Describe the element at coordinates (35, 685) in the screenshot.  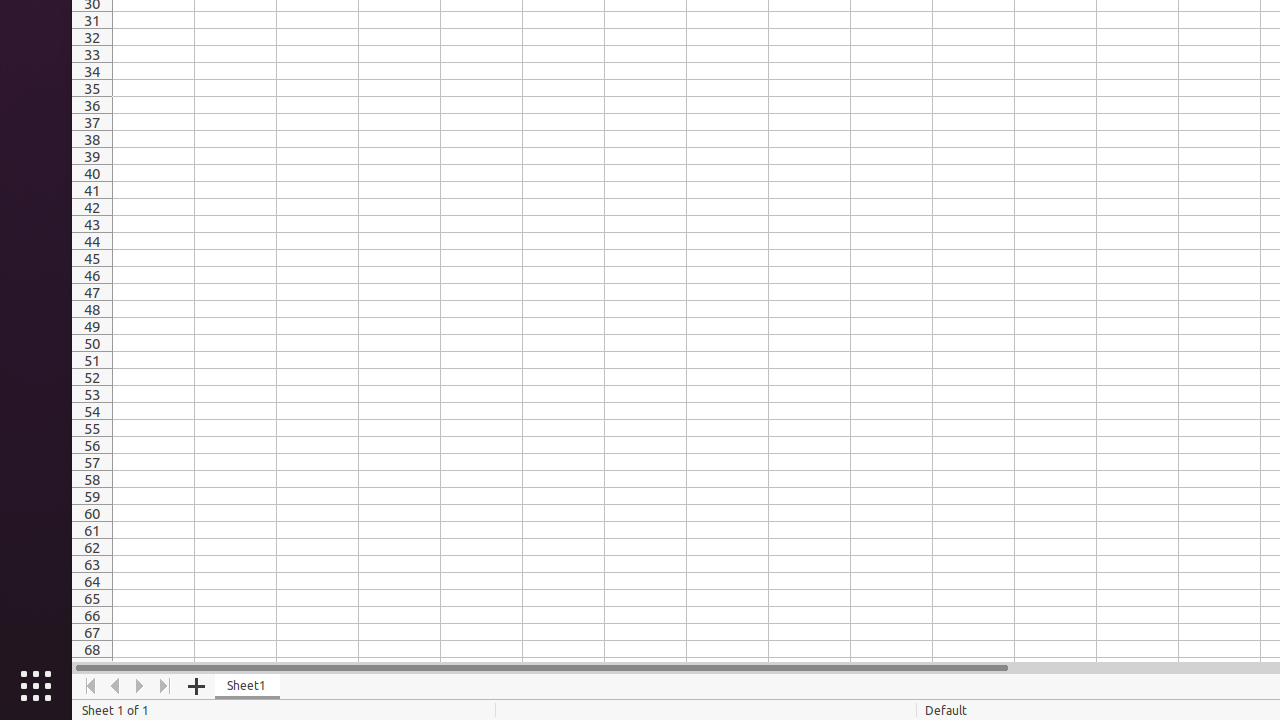
I see `'Show Applications'` at that location.